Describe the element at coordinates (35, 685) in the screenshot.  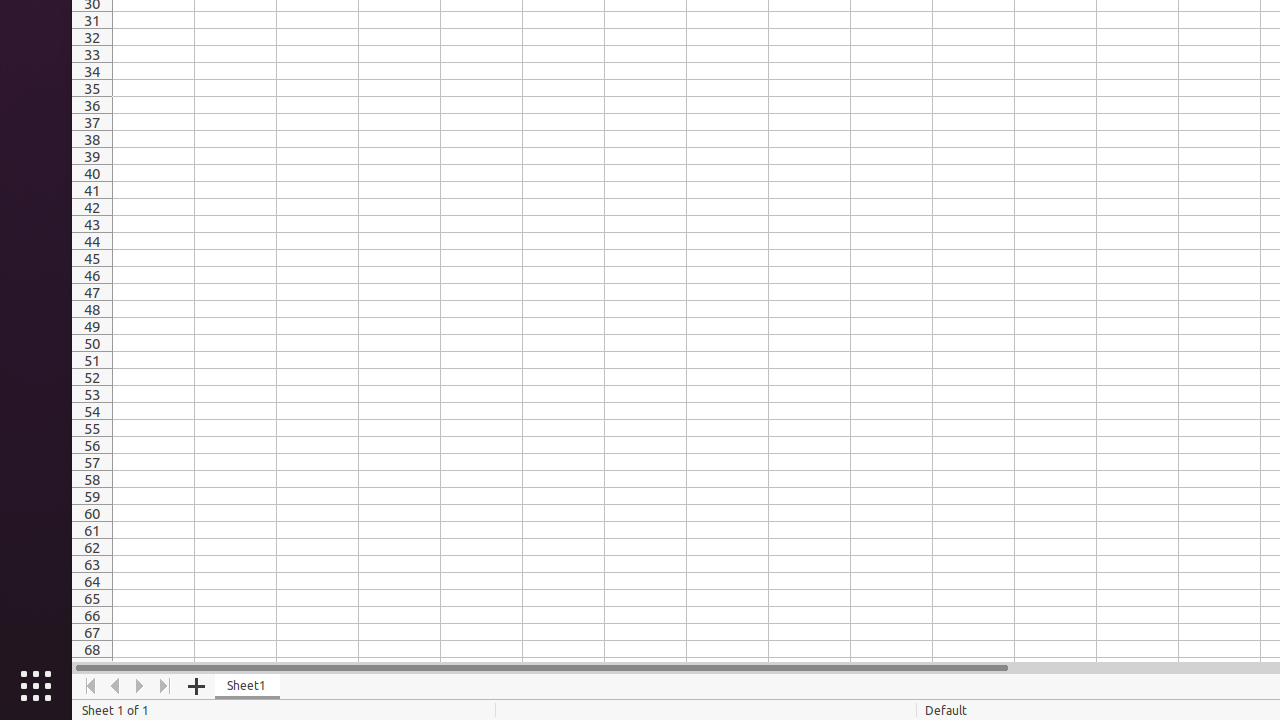
I see `'Show Applications'` at that location.